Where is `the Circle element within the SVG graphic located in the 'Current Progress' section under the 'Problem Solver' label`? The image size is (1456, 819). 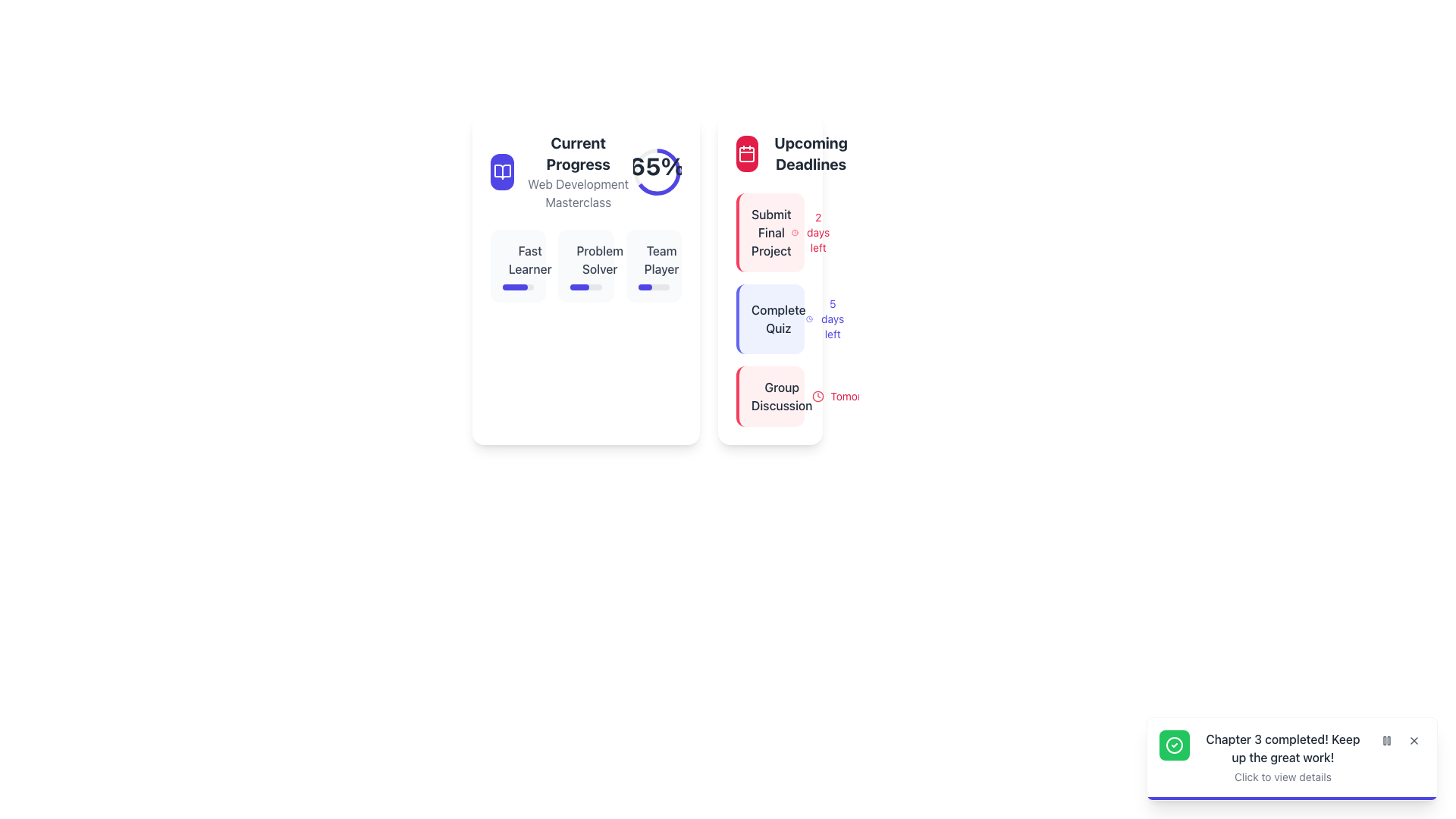 the Circle element within the SVG graphic located in the 'Current Progress' section under the 'Problem Solver' label is located at coordinates (579, 257).